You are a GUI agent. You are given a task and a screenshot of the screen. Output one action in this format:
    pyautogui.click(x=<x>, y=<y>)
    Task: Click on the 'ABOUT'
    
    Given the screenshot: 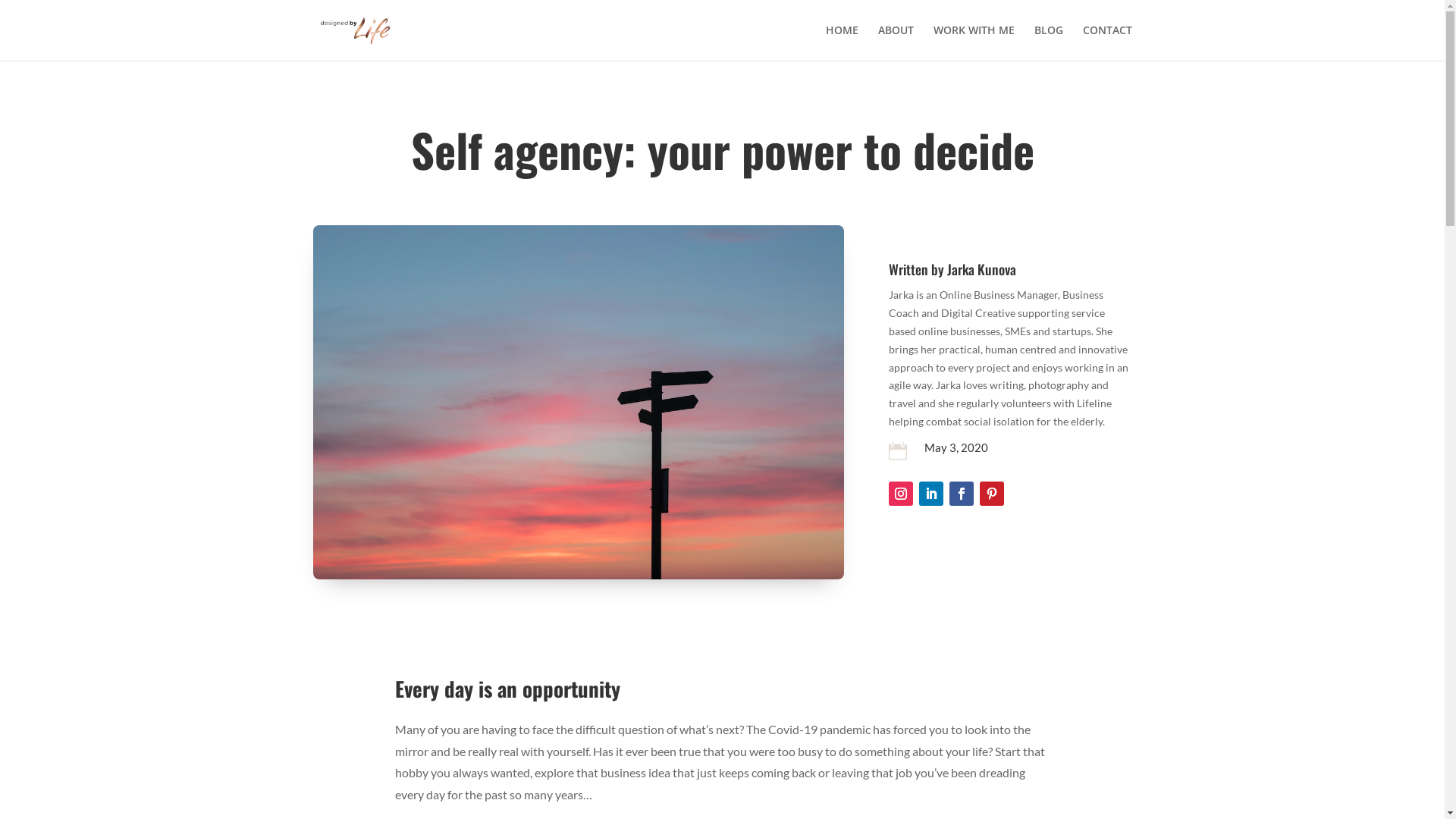 What is the action you would take?
    pyautogui.click(x=896, y=42)
    